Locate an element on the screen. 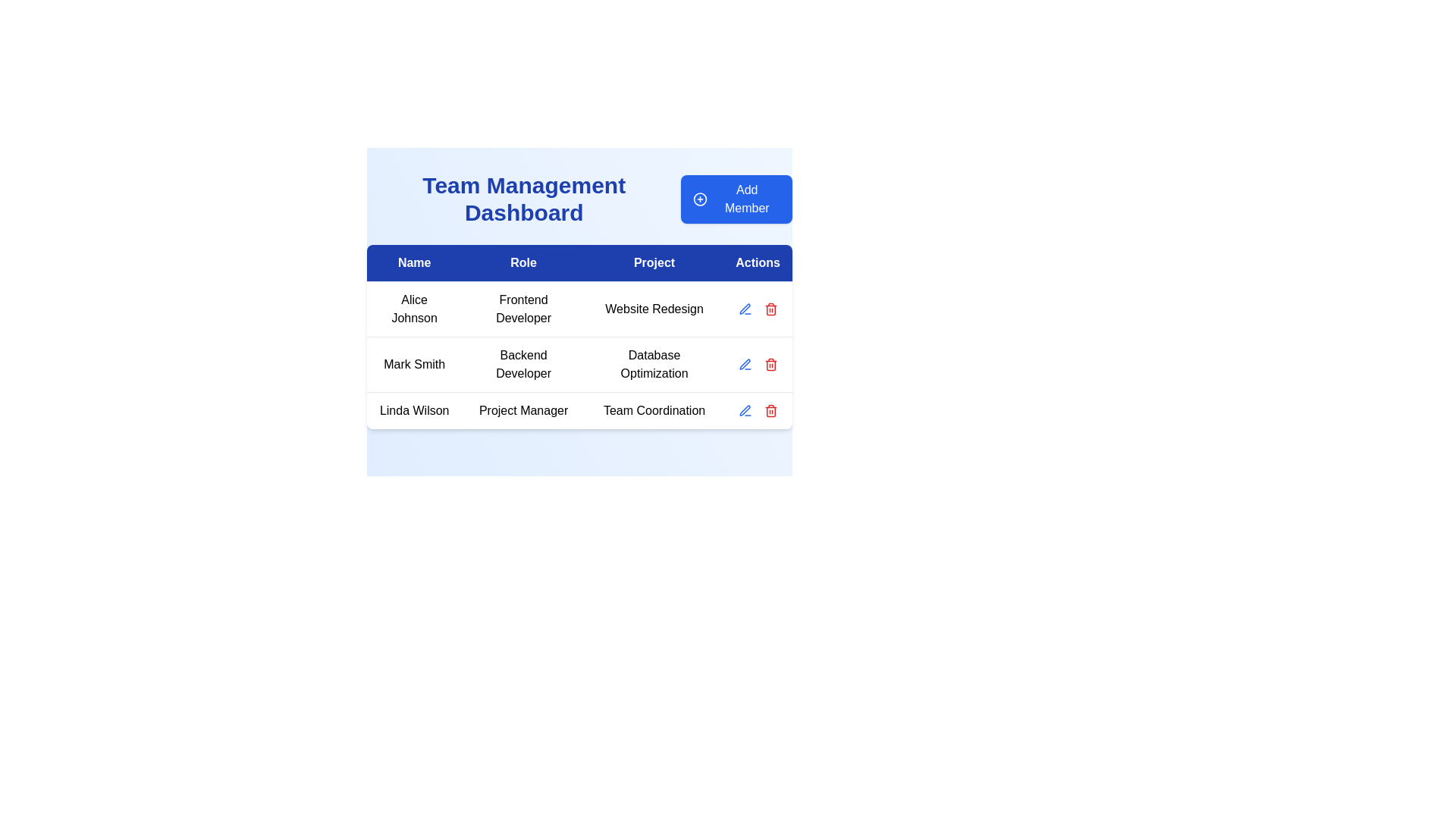  name 'Mark Smith' displayed on the text label located in the second row under the 'Name' column of the structured table layout is located at coordinates (414, 365).